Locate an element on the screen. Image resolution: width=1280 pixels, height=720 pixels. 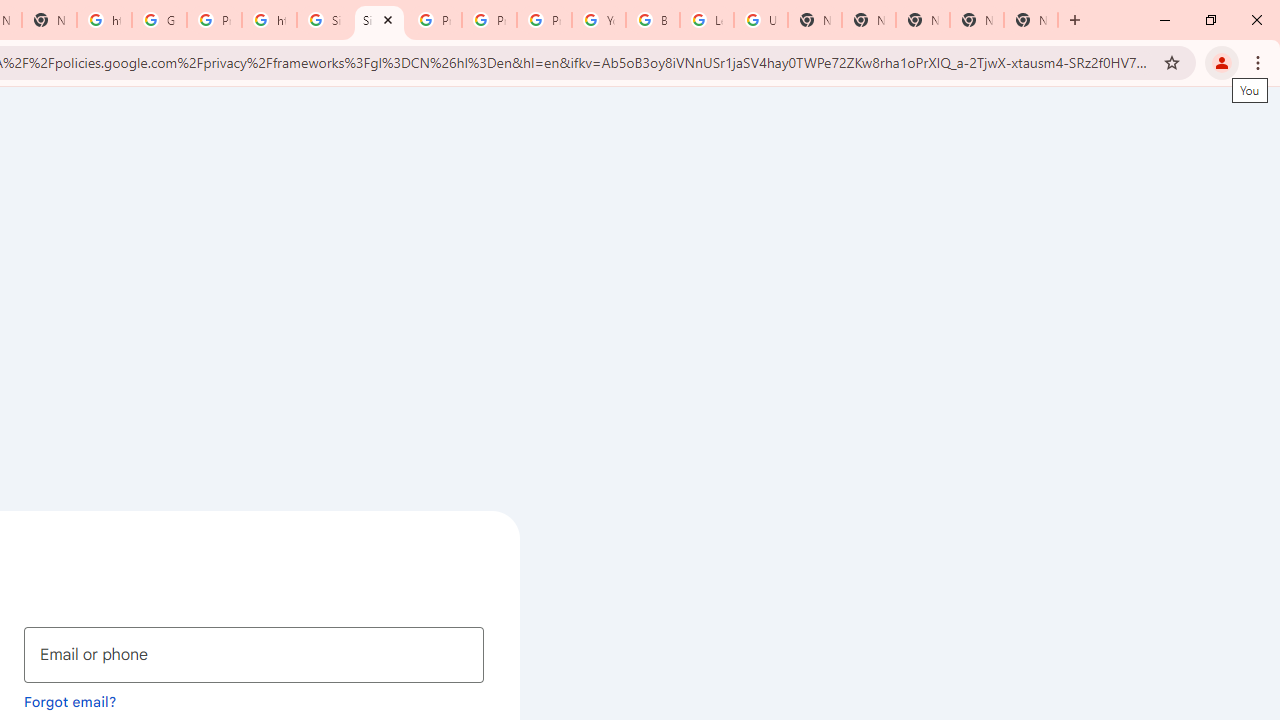
'Sign in - Google Accounts' is located at coordinates (379, 20).